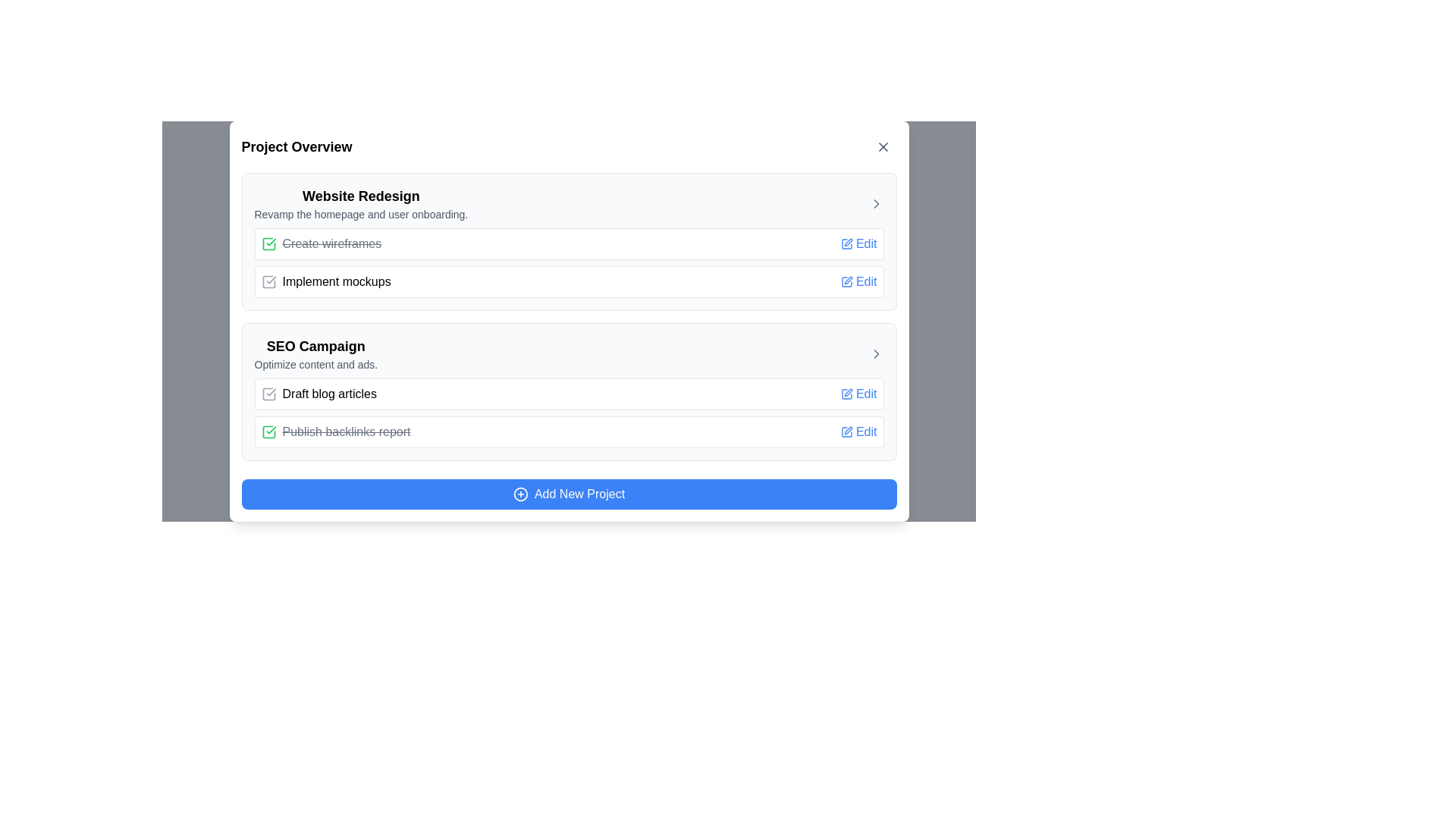 Image resolution: width=1456 pixels, height=819 pixels. Describe the element at coordinates (846, 432) in the screenshot. I see `the miniature pen and square icon representing editing functionality, which is located to the left of the 'Edit' label` at that location.